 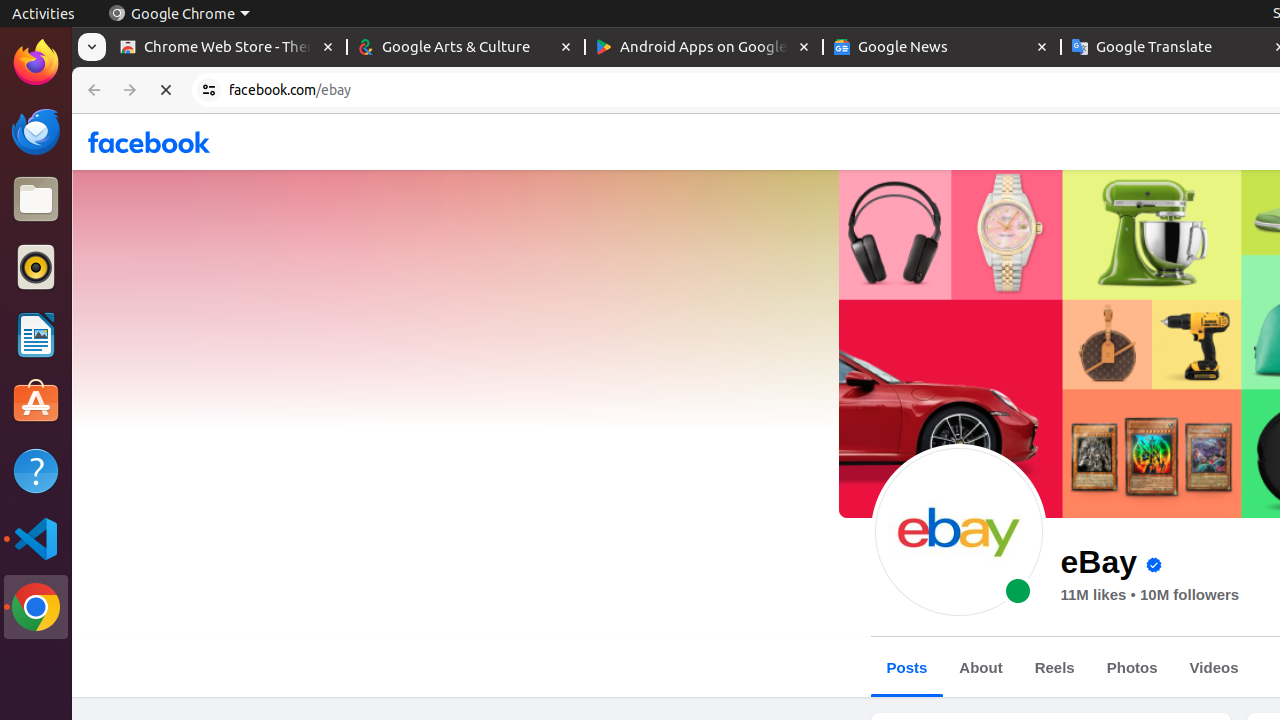 I want to click on 'Files', so click(x=35, y=199).